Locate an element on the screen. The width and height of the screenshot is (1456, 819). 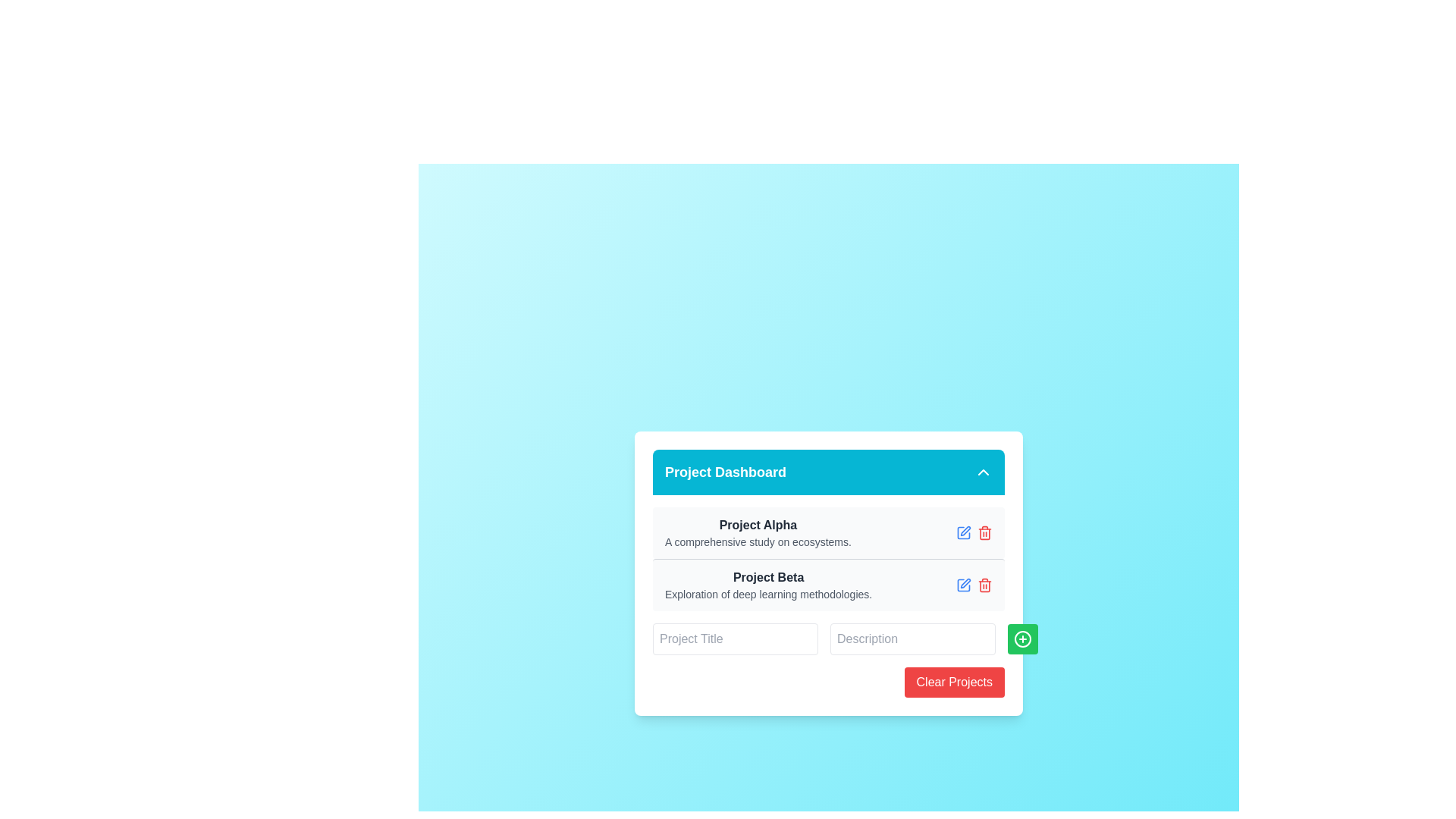
the informational text label providing details for 'Project Beta', located directly below the project title within the Project Dashboard is located at coordinates (768, 593).